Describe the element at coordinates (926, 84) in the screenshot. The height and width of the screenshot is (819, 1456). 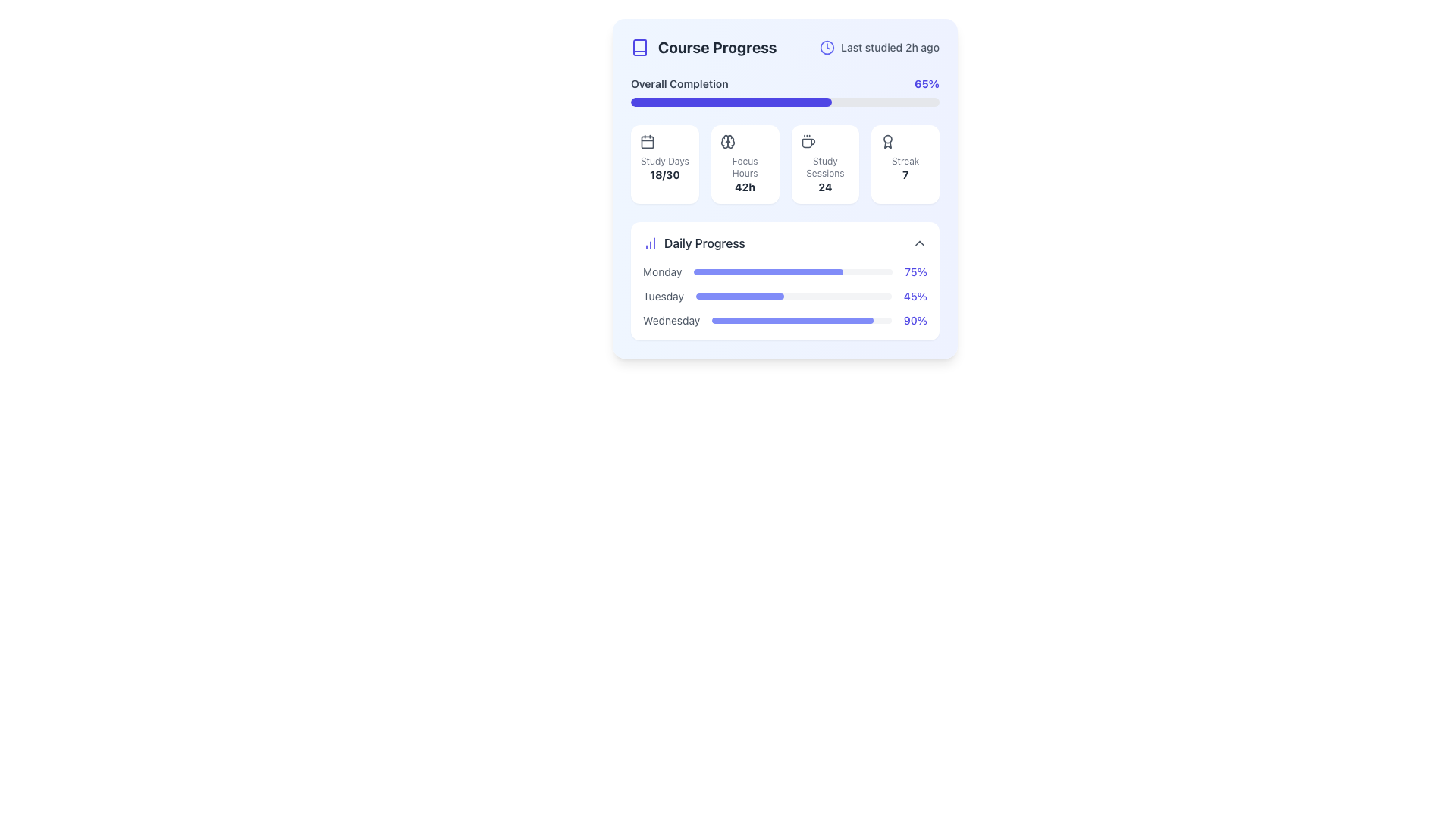
I see `the informational text indicating the overall completion percentage of the course, located on the right side within the 'Overall Completion' section of the 'Course Progress' card` at that location.